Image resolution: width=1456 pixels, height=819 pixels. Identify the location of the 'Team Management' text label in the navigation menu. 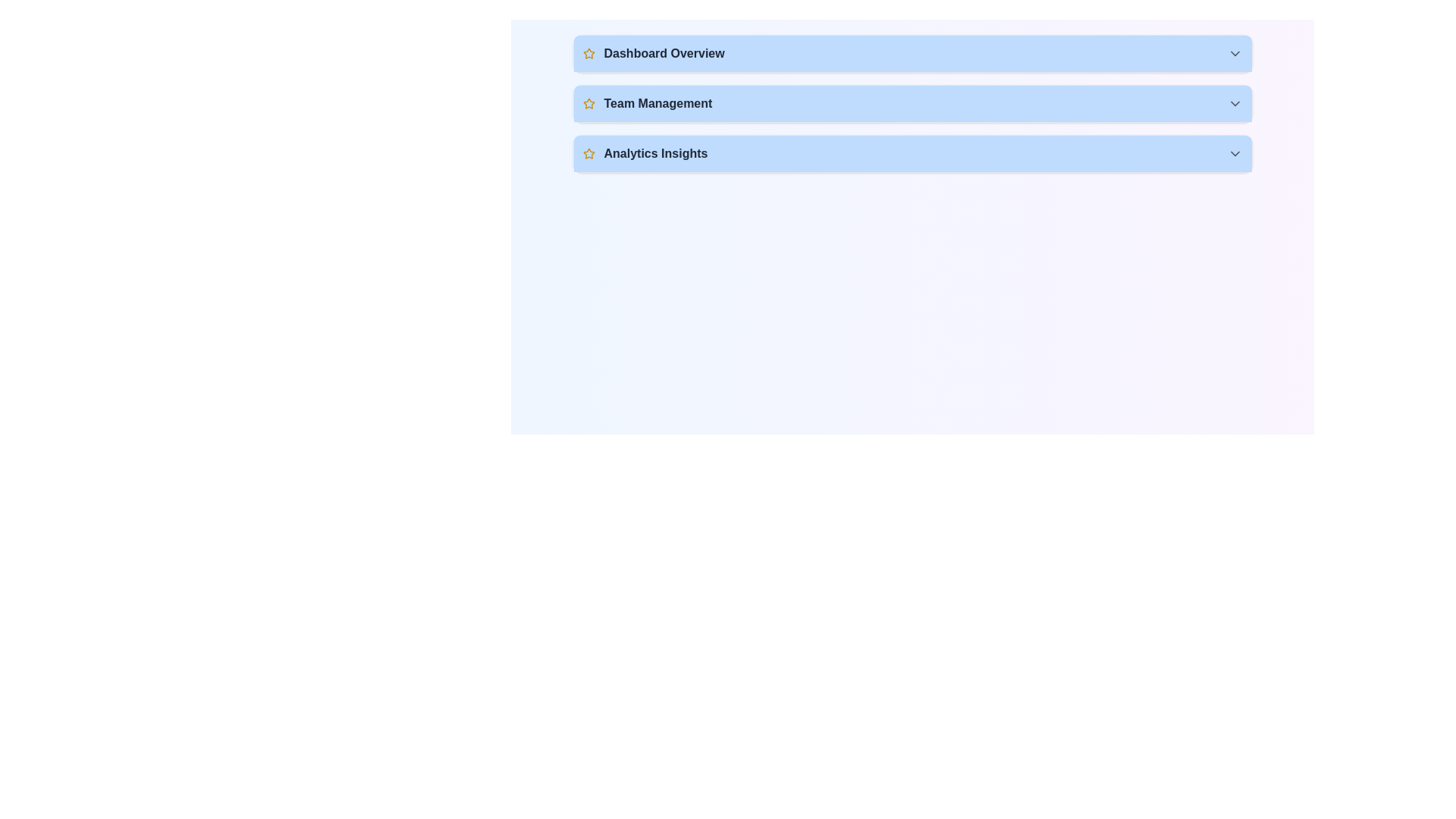
(657, 103).